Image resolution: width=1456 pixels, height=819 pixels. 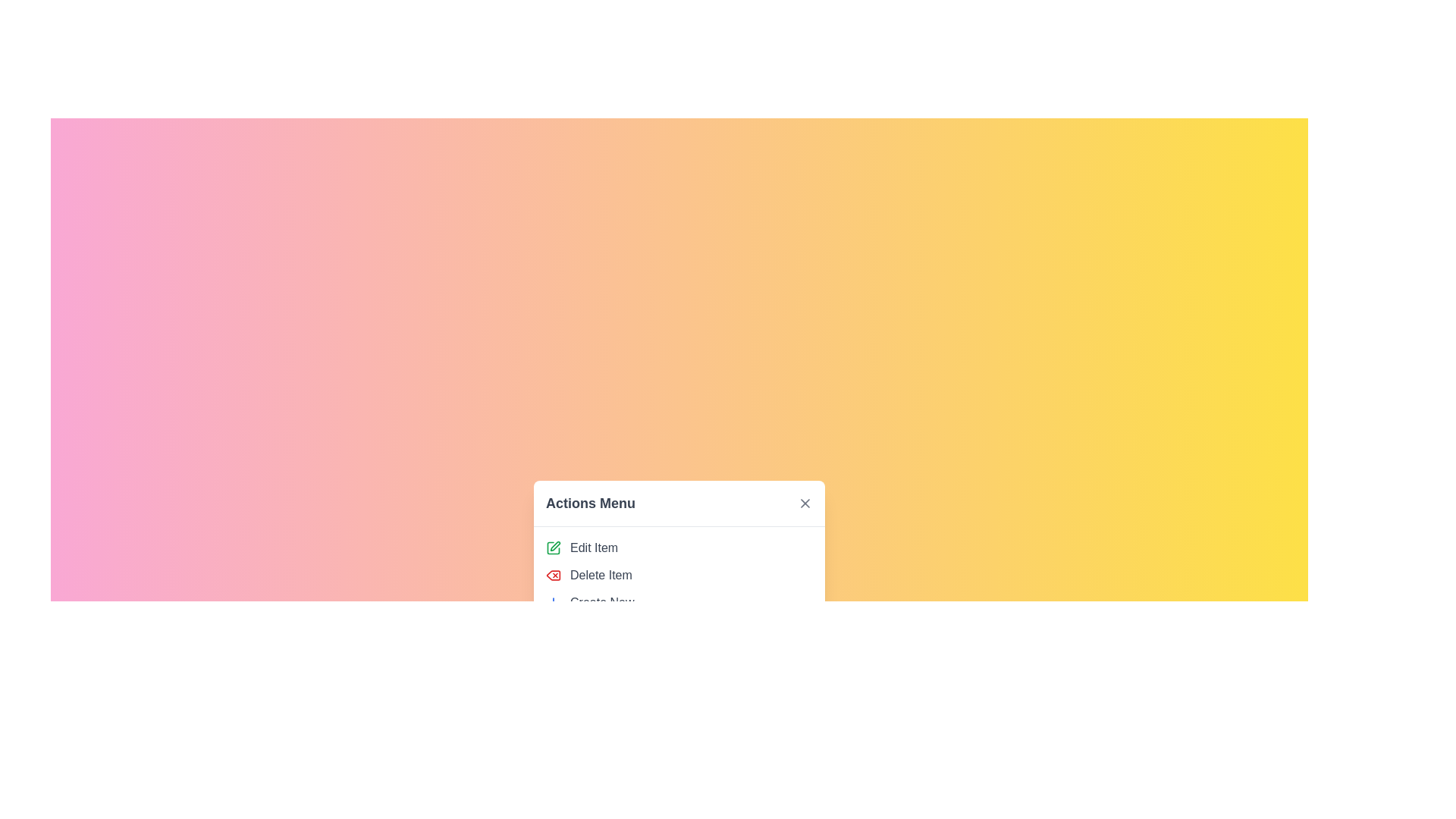 I want to click on to select the 'Delete Item' option, which is the second menu item in the 'Actions Menu' and is indicated by a gray text label with a red delete icon preceding it, so click(x=600, y=575).